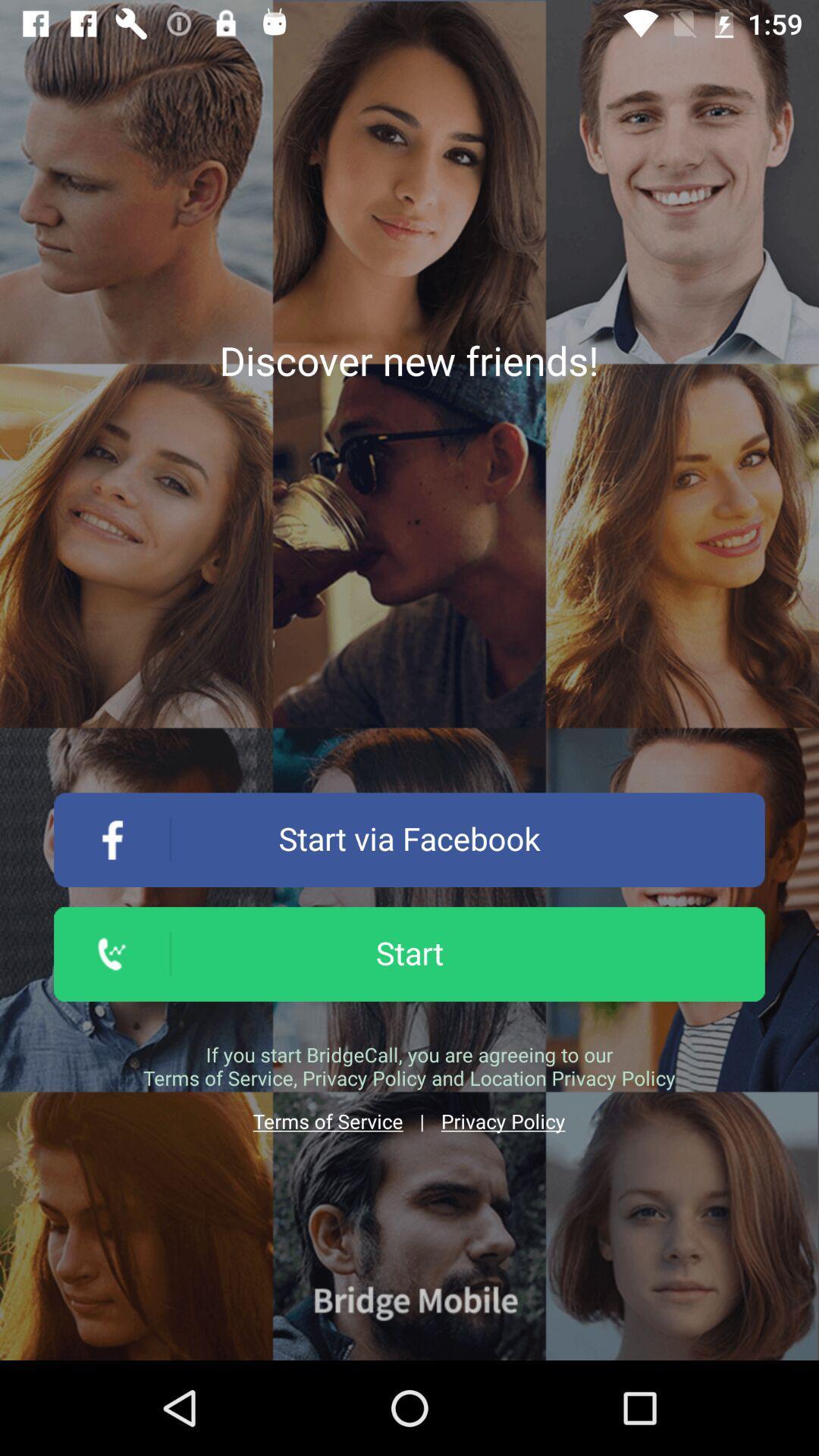 This screenshot has width=819, height=1456. What do you see at coordinates (408, 359) in the screenshot?
I see `discover new friends! icon` at bounding box center [408, 359].